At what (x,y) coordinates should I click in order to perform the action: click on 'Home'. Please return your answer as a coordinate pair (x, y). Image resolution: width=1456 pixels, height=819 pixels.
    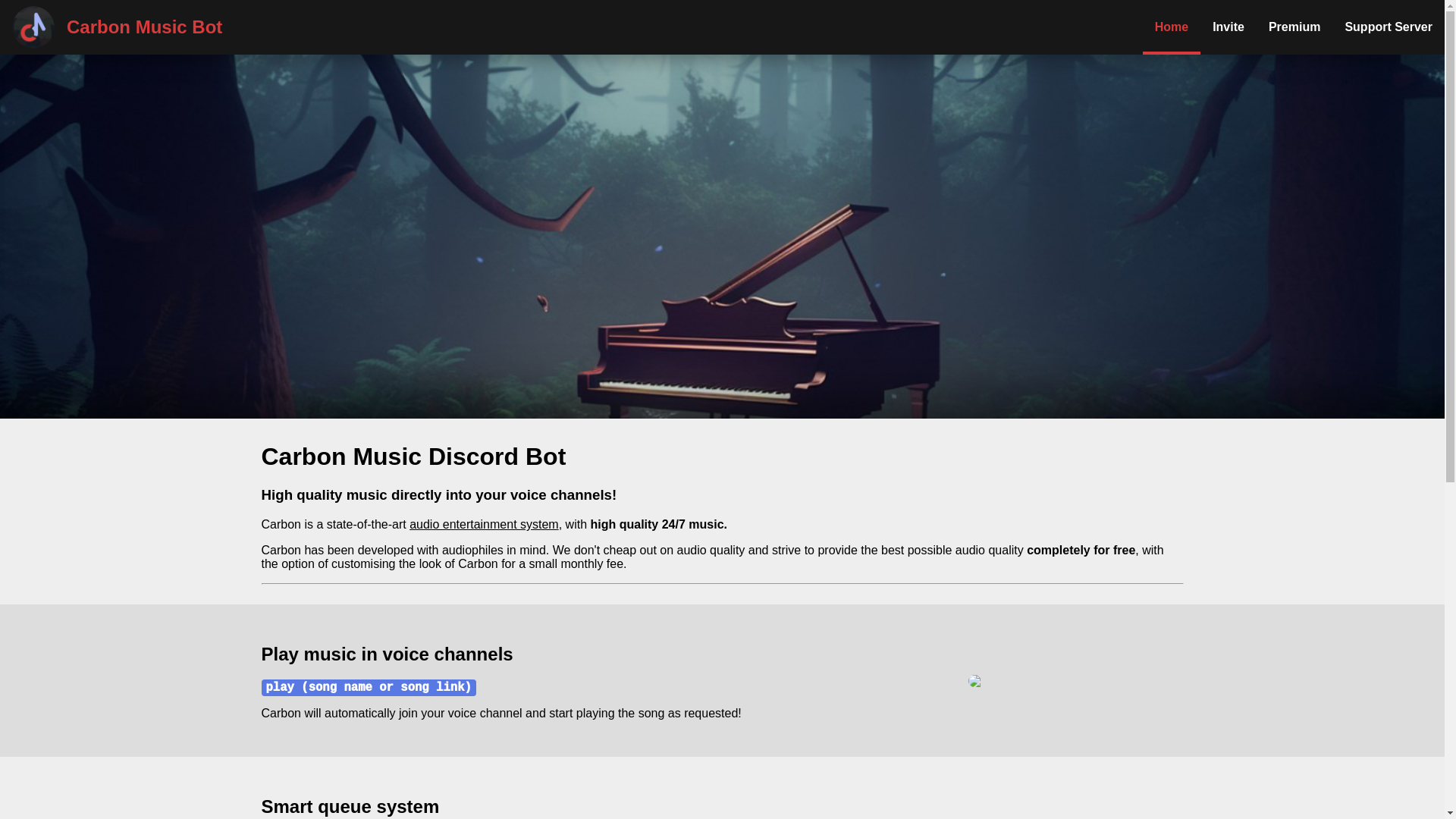
    Looking at the image, I should click on (1171, 27).